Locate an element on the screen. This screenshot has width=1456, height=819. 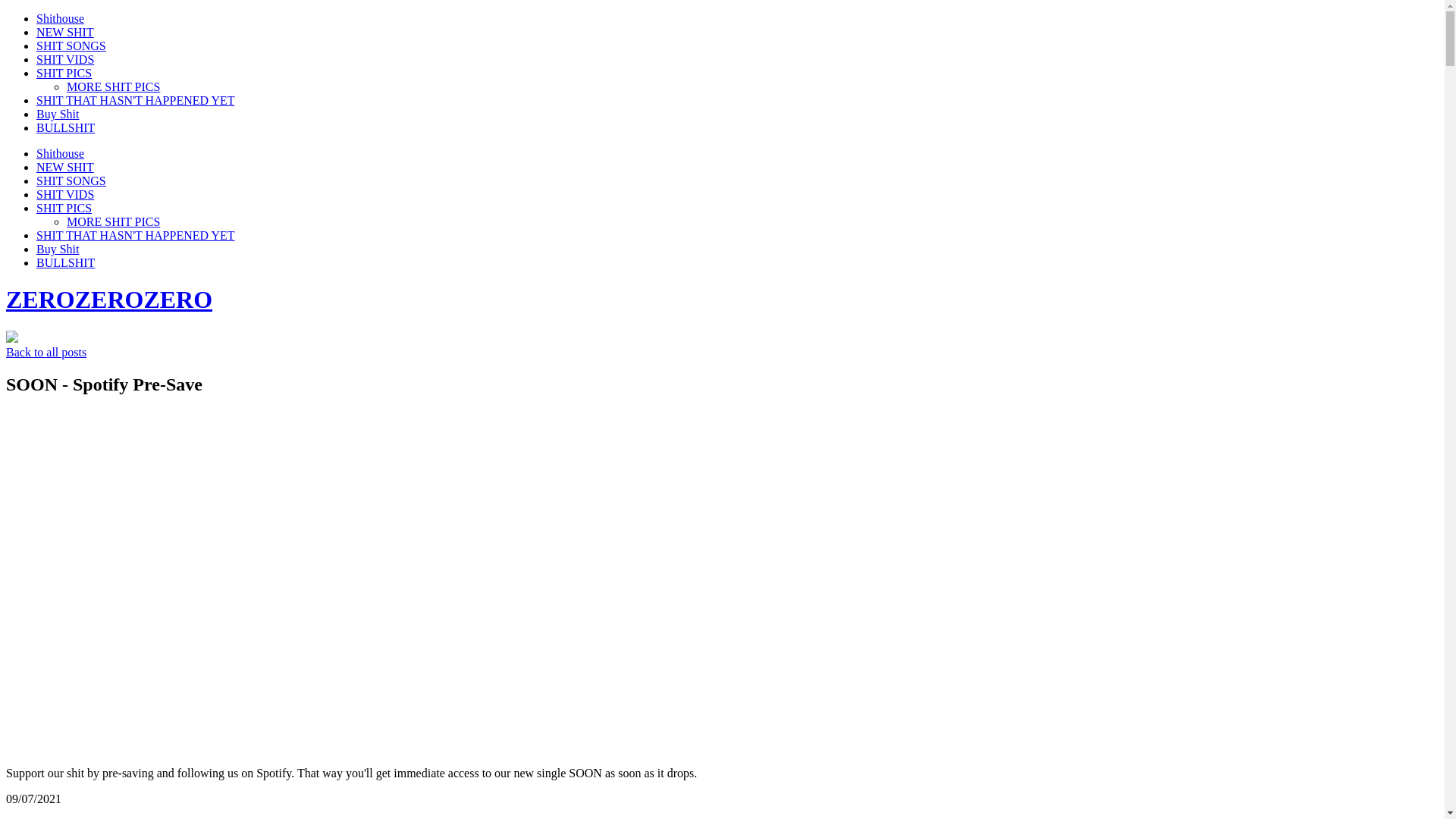
'BULLSHIT' is located at coordinates (36, 262).